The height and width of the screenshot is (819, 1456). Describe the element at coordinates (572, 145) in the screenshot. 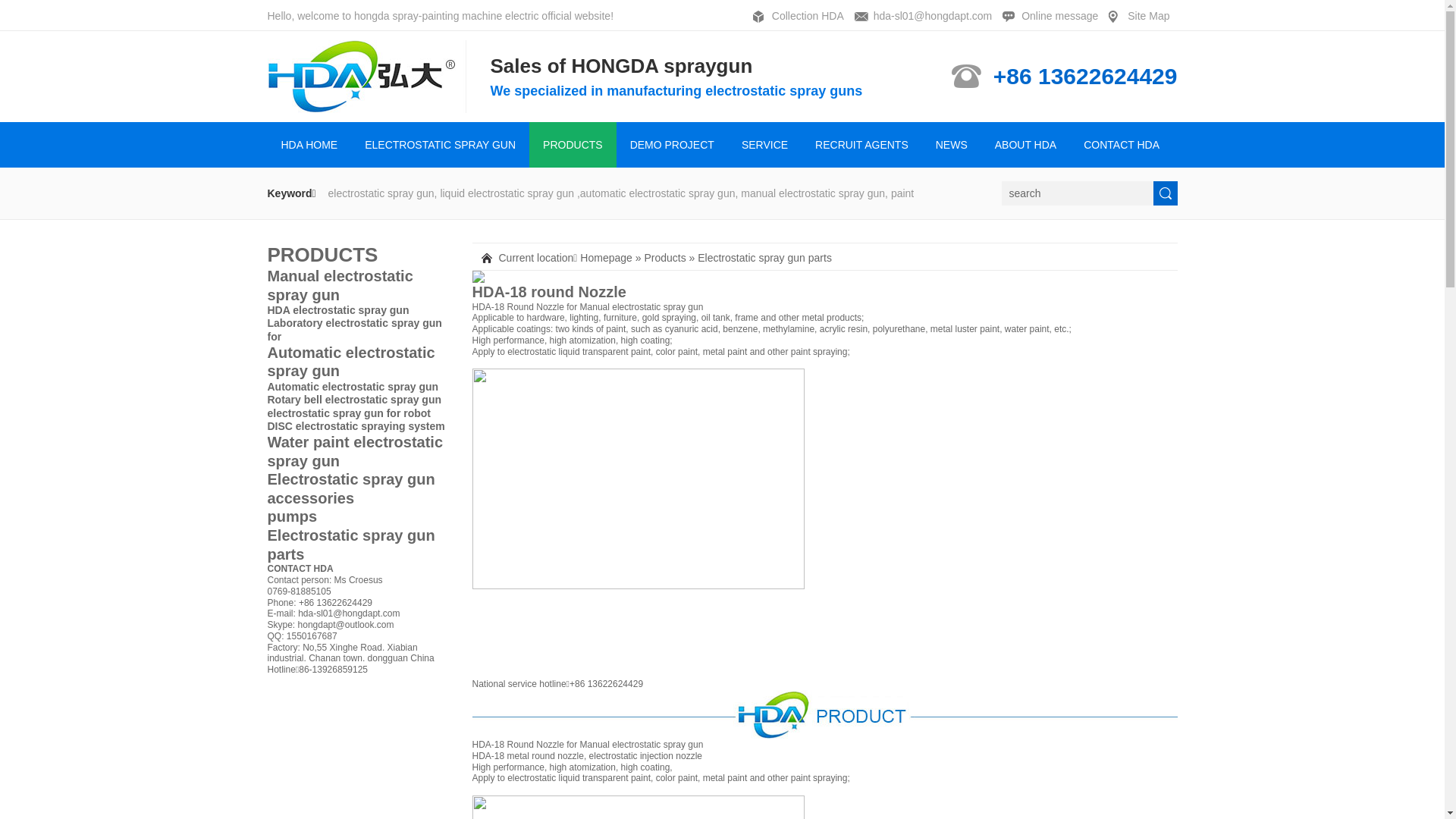

I see `'PRODUCTS'` at that location.